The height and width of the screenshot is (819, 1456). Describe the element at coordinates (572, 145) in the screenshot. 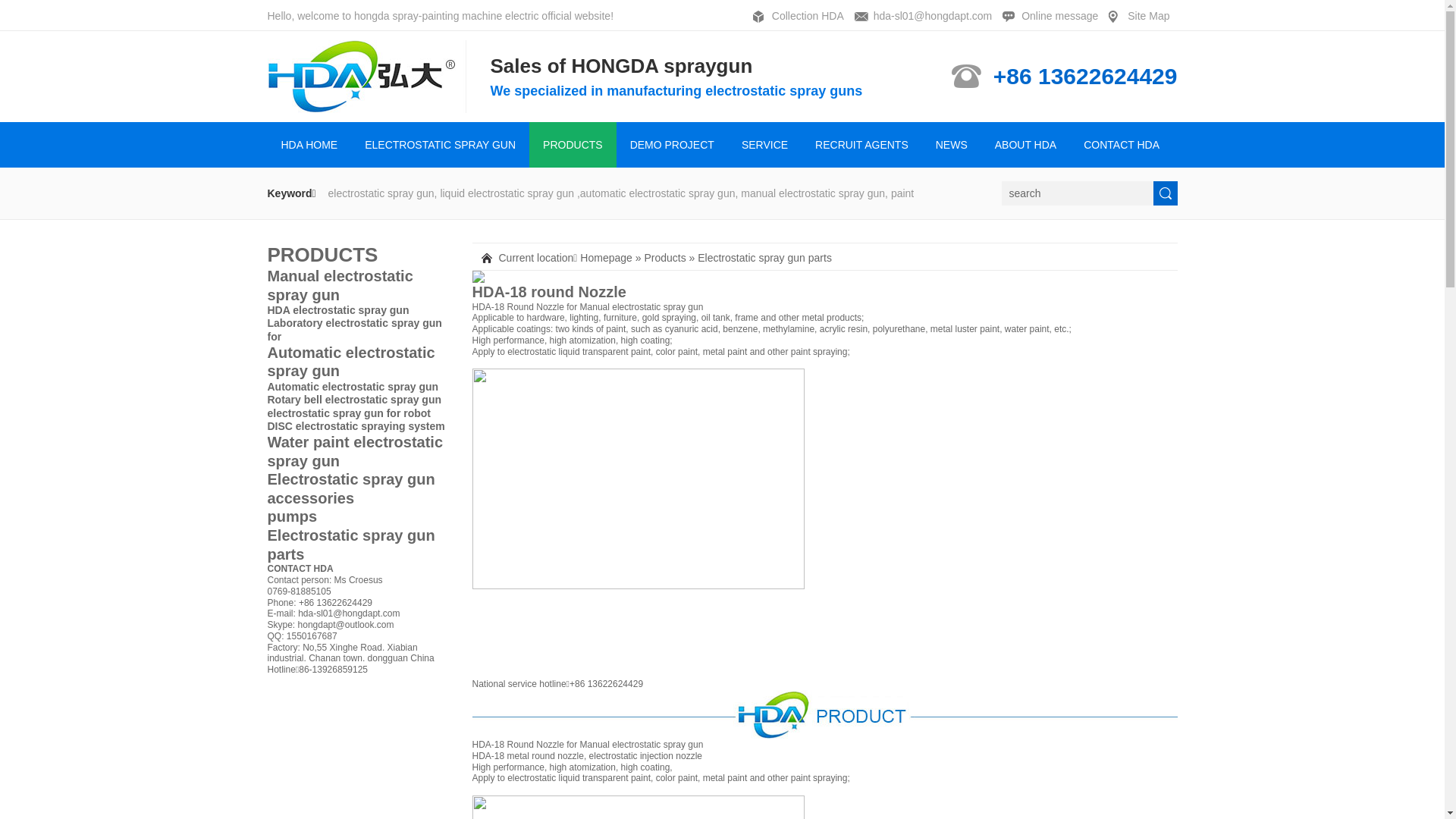

I see `'PRODUCTS'` at that location.